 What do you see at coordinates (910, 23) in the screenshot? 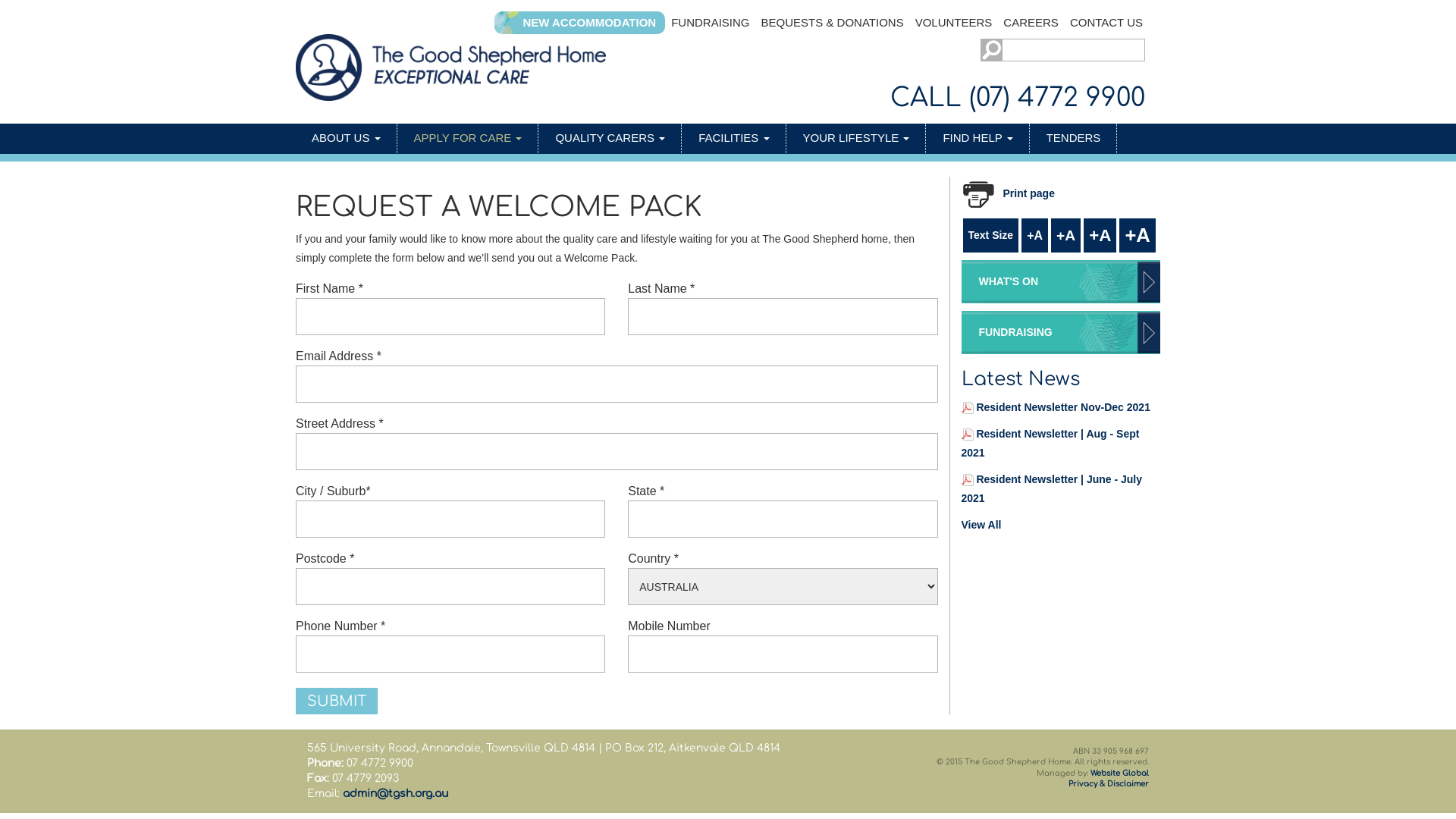
I see `'VOLUNTEERS'` at bounding box center [910, 23].